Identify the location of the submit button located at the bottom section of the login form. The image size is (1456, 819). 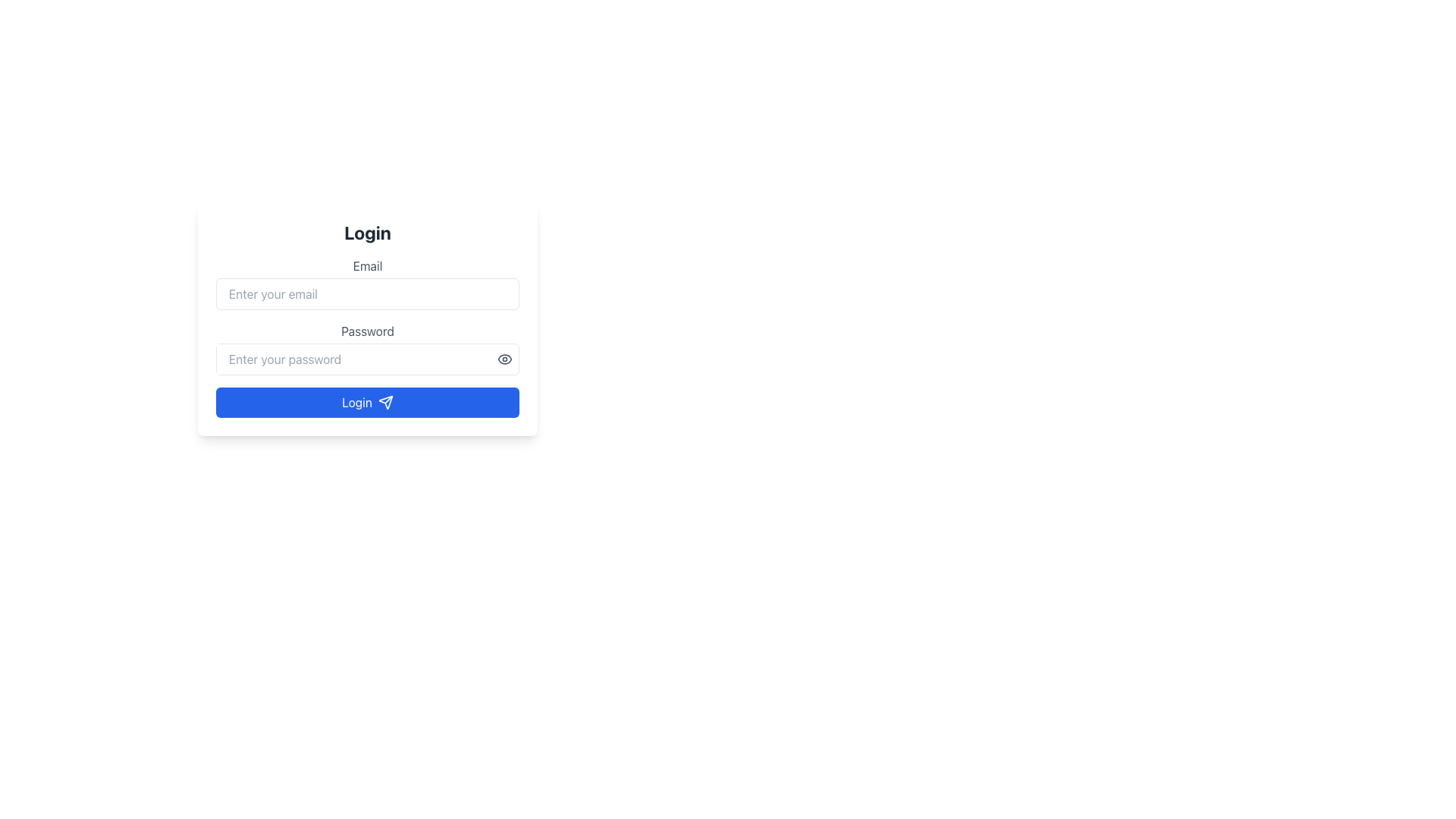
(516, 378).